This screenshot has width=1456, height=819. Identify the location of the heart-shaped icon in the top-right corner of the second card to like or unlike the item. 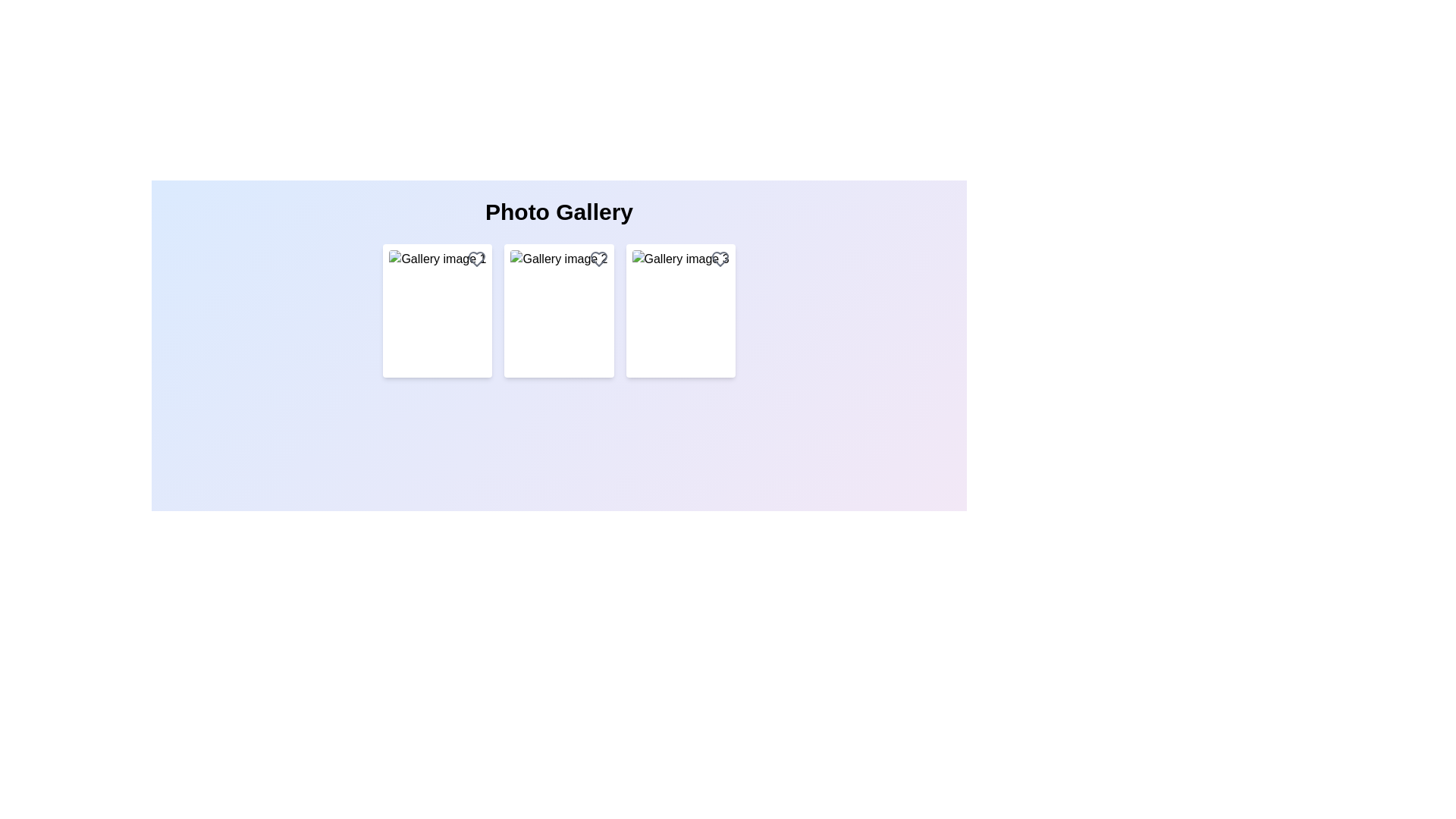
(598, 259).